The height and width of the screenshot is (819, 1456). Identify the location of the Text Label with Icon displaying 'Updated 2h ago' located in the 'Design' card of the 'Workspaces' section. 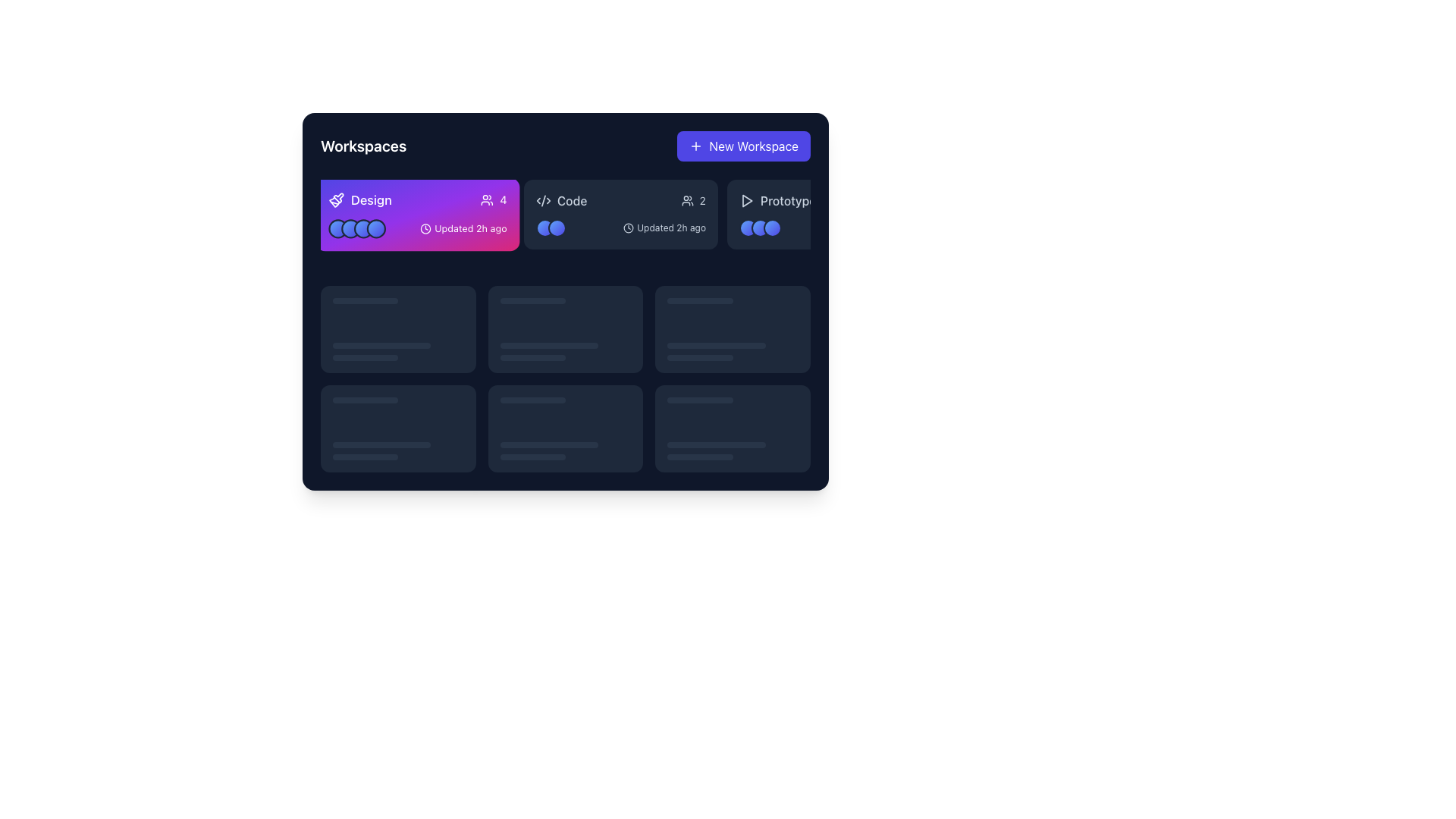
(463, 228).